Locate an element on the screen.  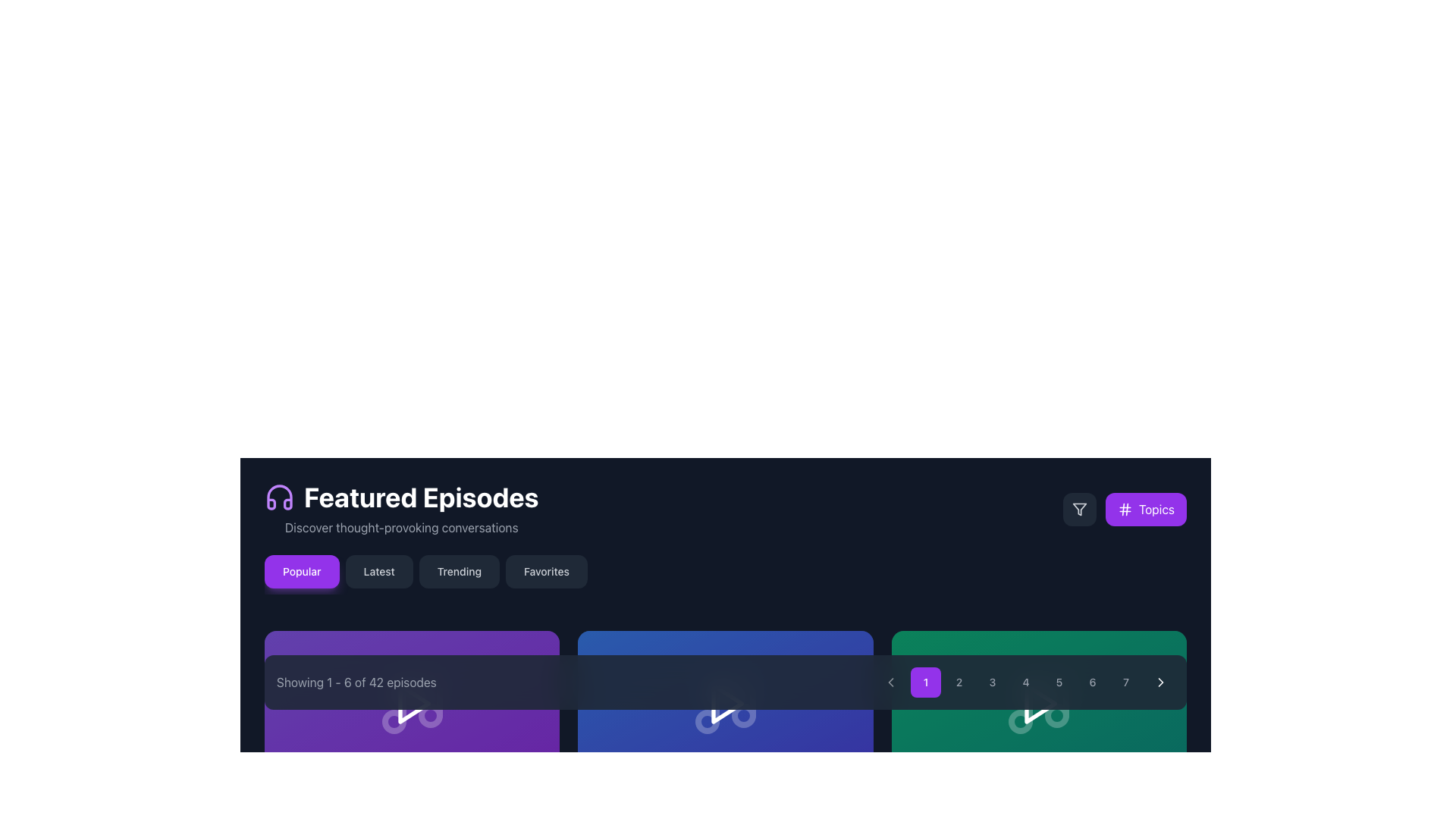
the purple headphone icon positioned next to the 'Featured Episodes' text at the top-left of the dark-themed interface is located at coordinates (280, 497).